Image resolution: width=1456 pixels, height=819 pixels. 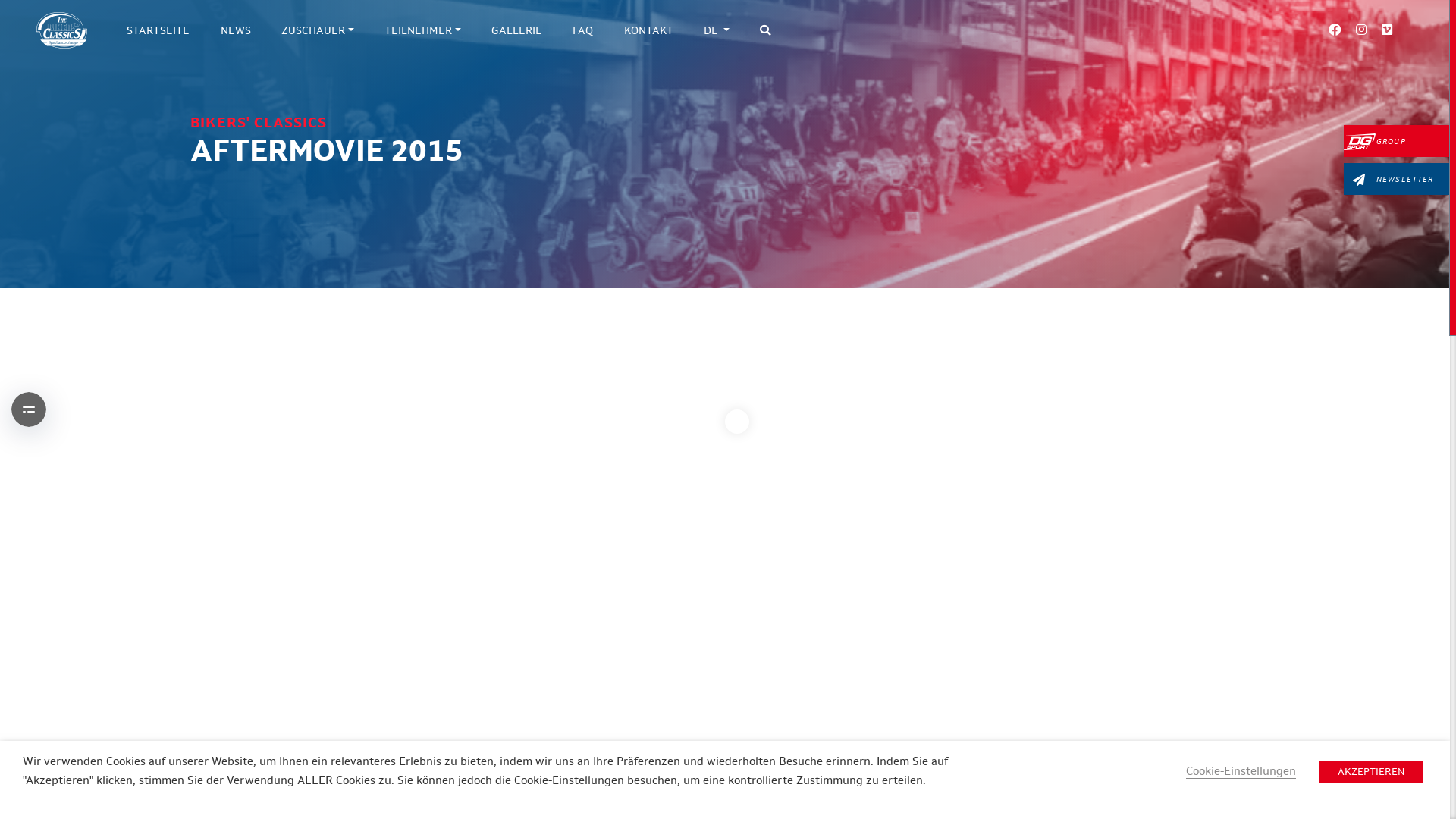 I want to click on 'KONTAKT', so click(x=648, y=30).